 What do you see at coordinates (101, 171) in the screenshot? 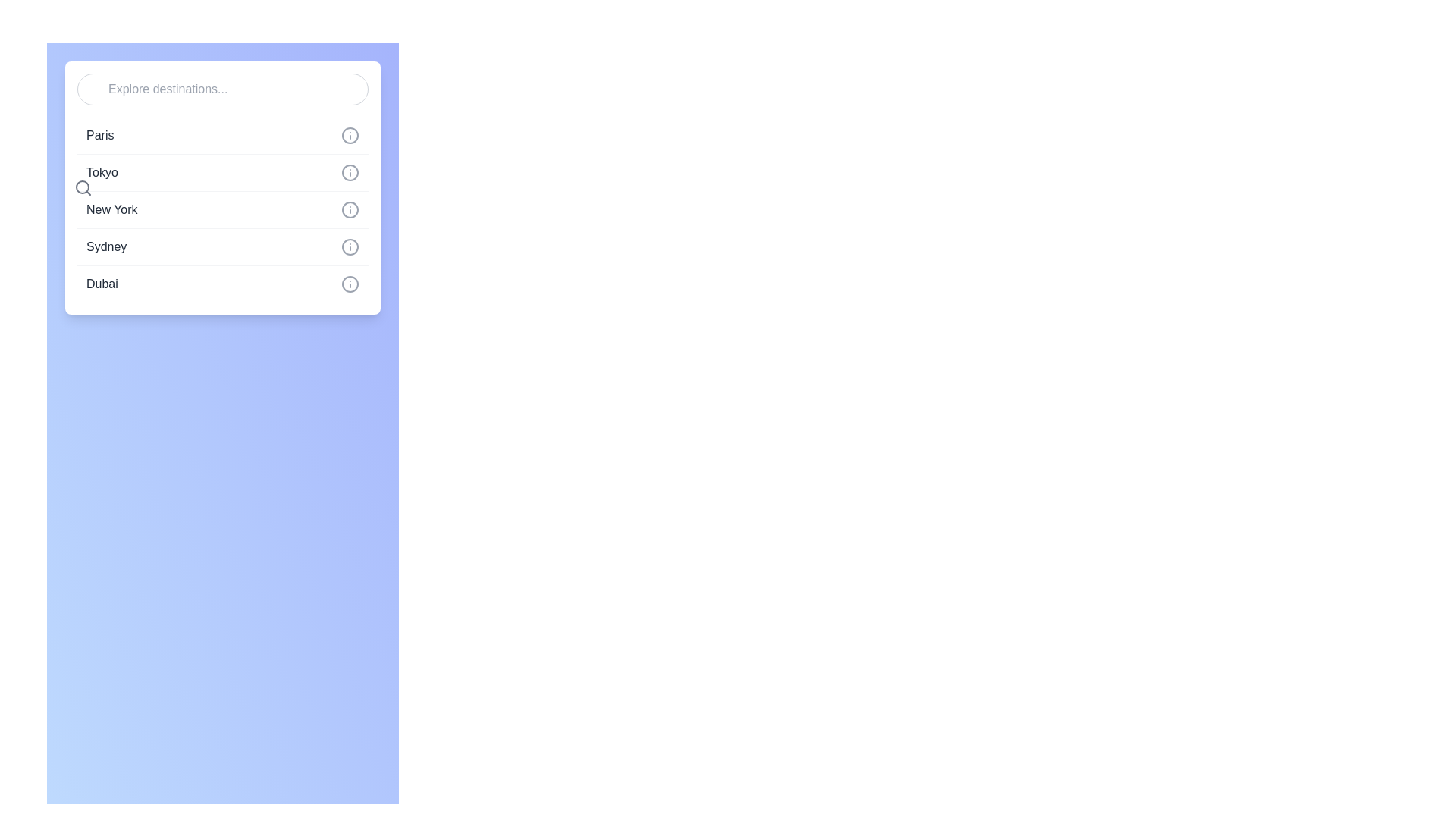
I see `the text label 'Tokyo', which is the second item in the list of city names, positioned below 'Paris' and above 'New York'` at bounding box center [101, 171].